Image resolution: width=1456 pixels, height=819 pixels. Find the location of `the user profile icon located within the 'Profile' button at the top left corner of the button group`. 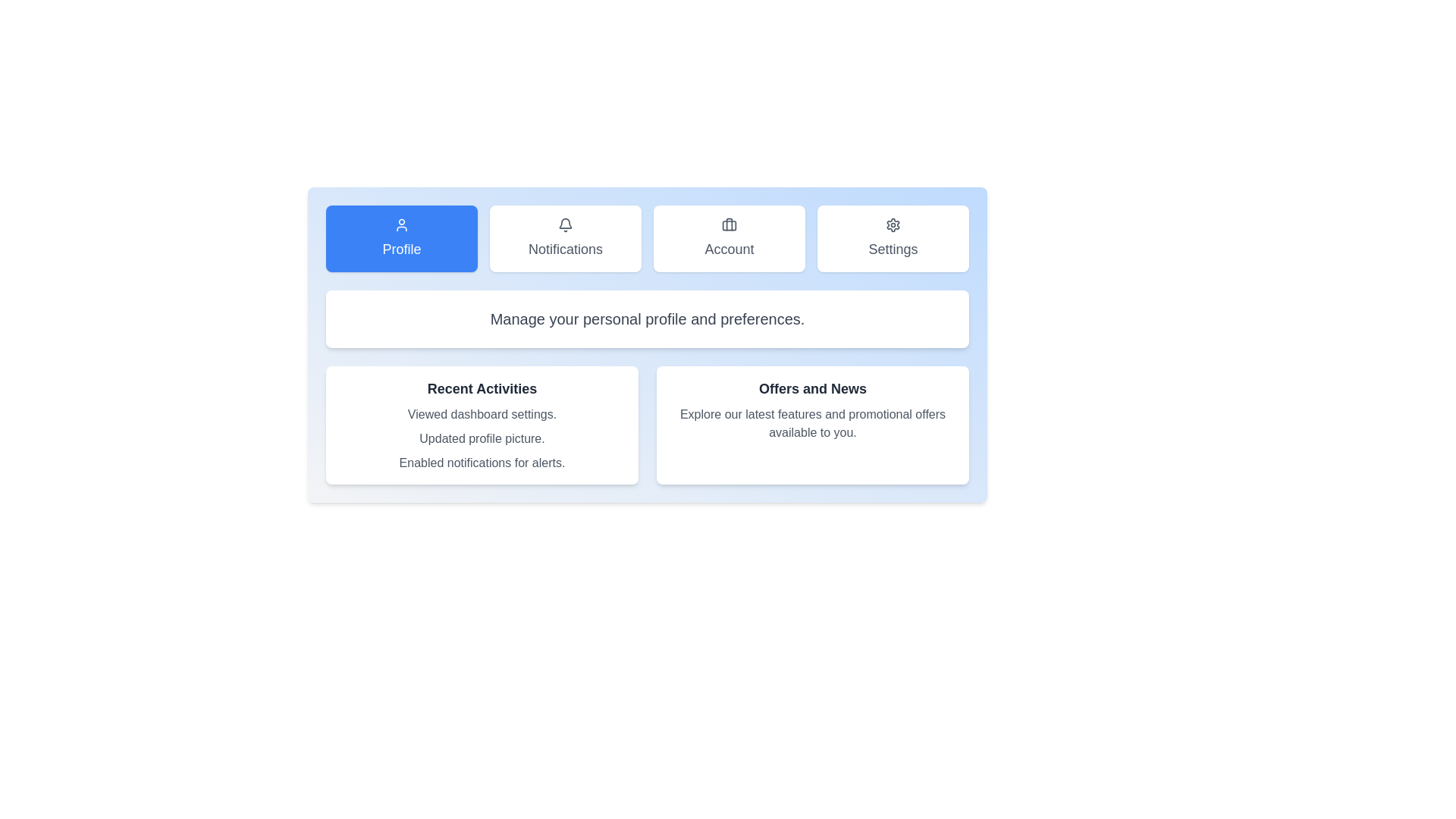

the user profile icon located within the 'Profile' button at the top left corner of the button group is located at coordinates (401, 225).